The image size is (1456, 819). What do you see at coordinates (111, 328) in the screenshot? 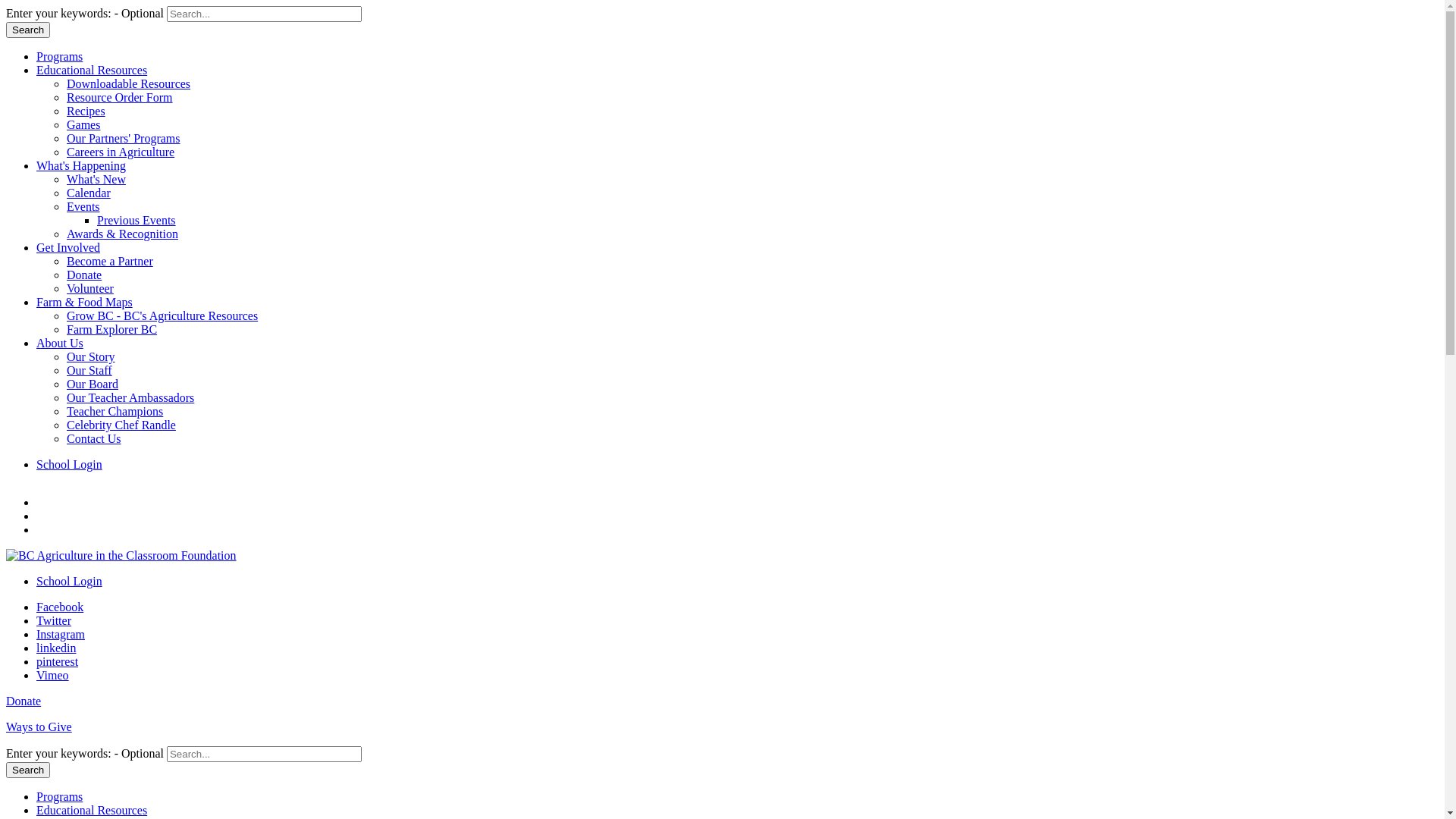
I see `'Farm Explorer BC'` at bounding box center [111, 328].